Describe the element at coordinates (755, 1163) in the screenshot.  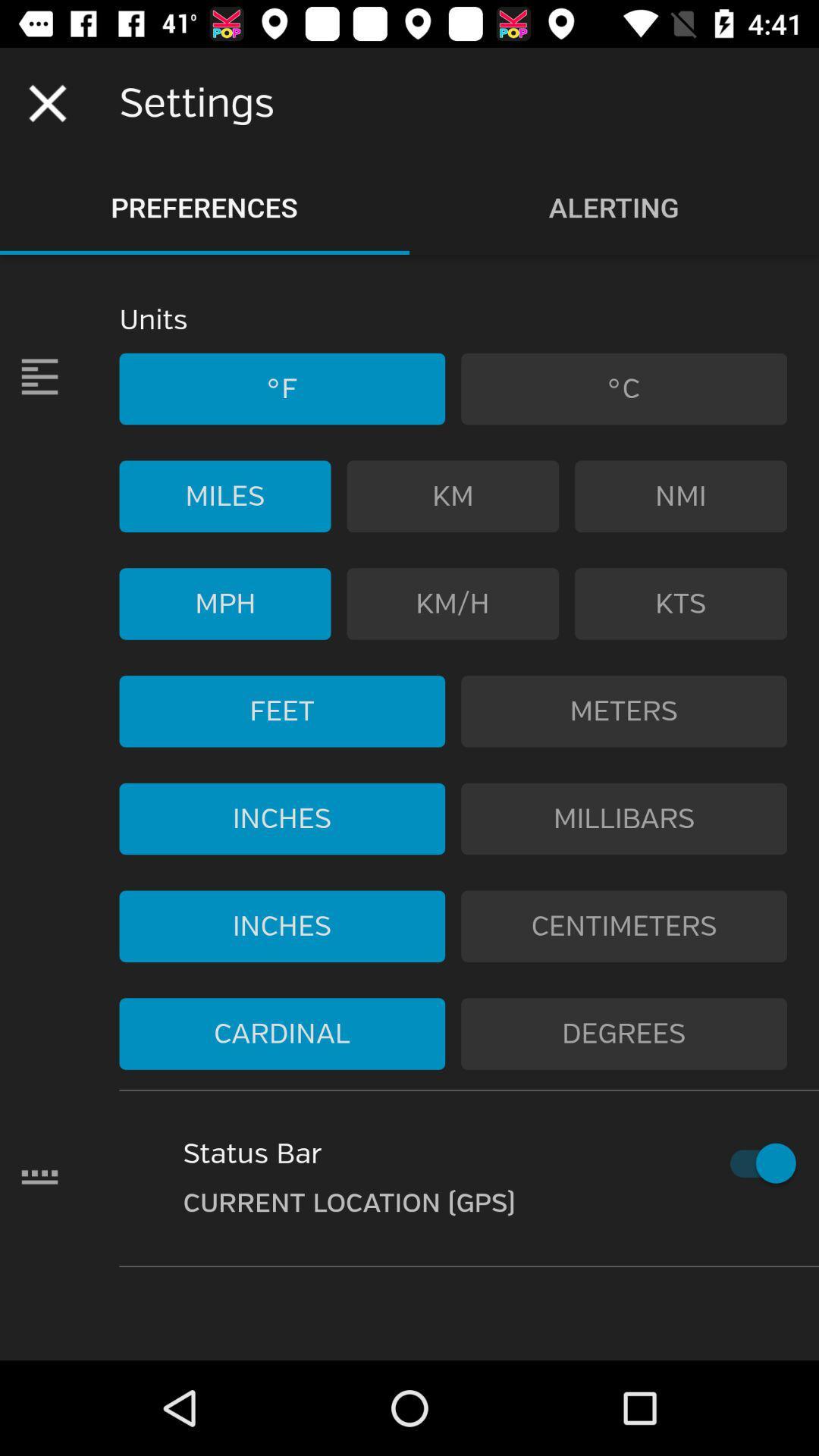
I see `turn location on off` at that location.